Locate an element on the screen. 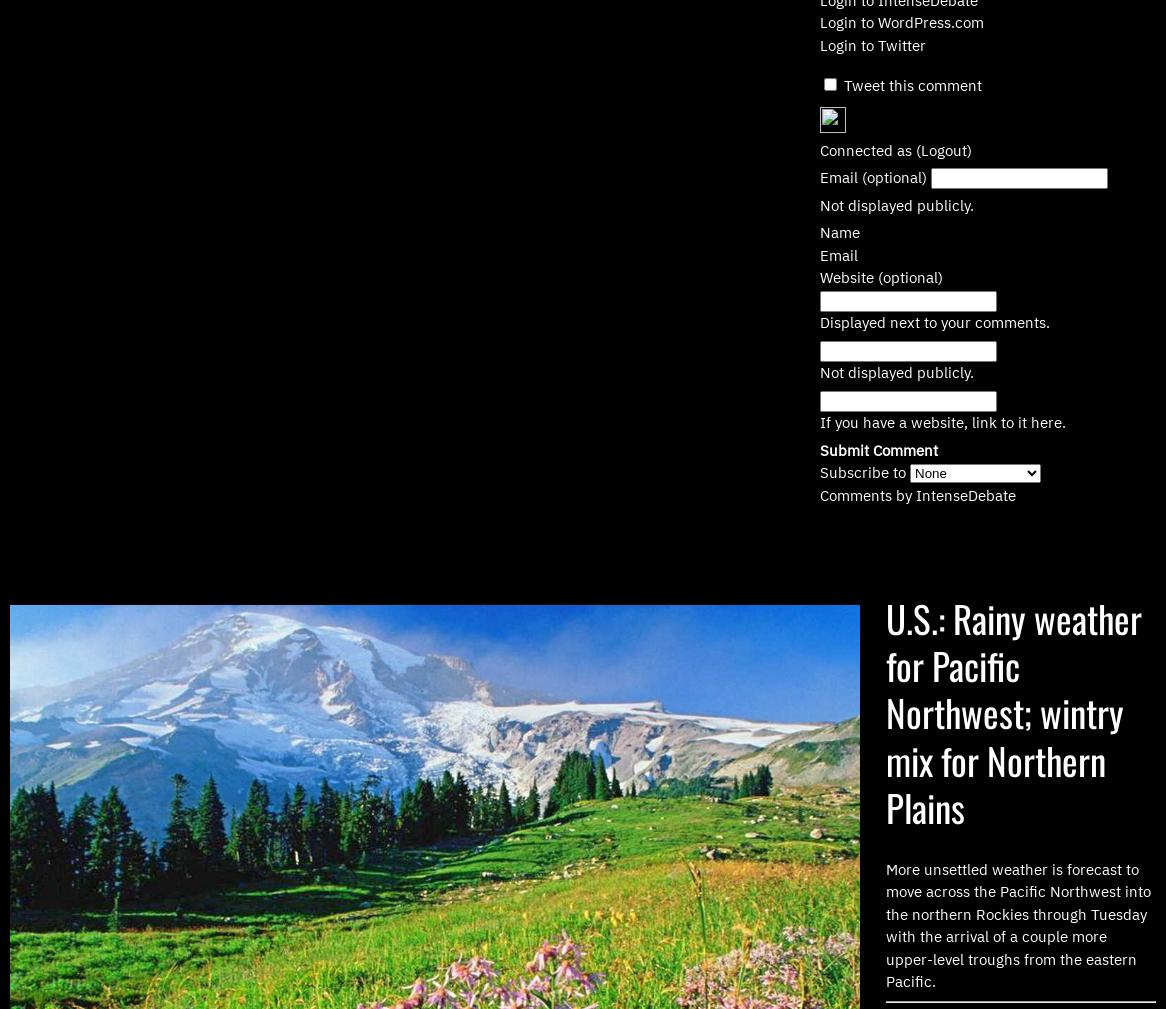 The image size is (1166, 1009). 'Login to WordPress.com' is located at coordinates (901, 21).